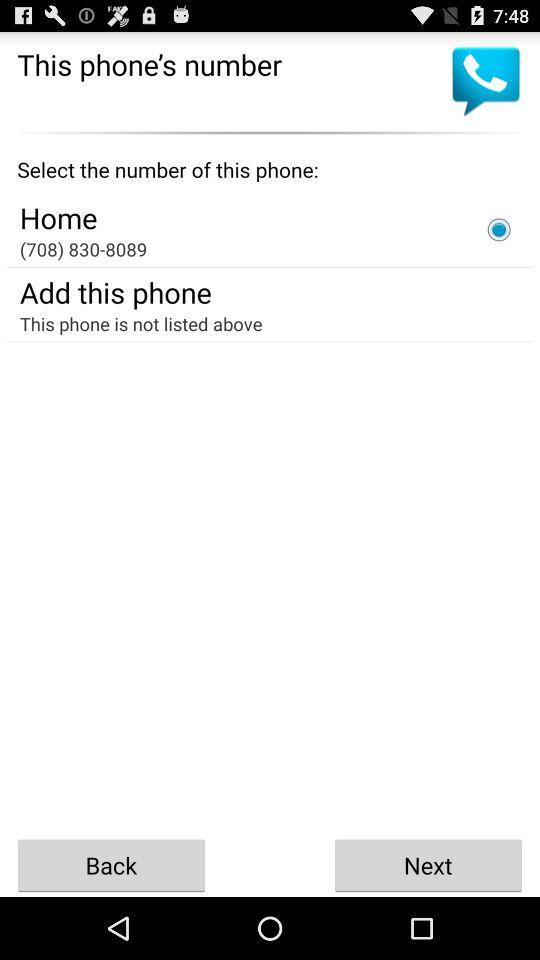 This screenshot has height=960, width=540. I want to click on phone number selection, so click(498, 229).